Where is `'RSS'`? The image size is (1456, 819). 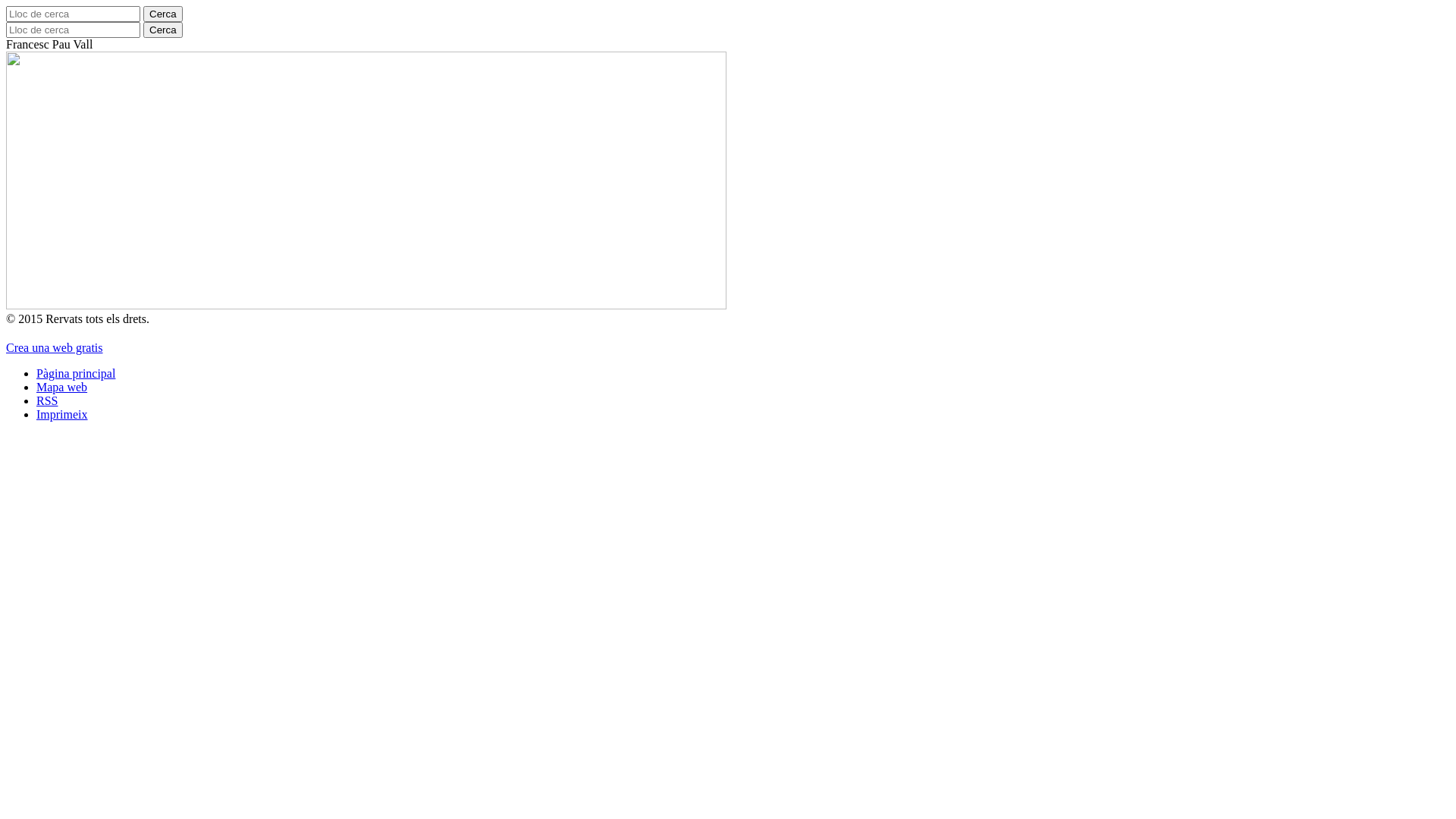
'RSS' is located at coordinates (47, 400).